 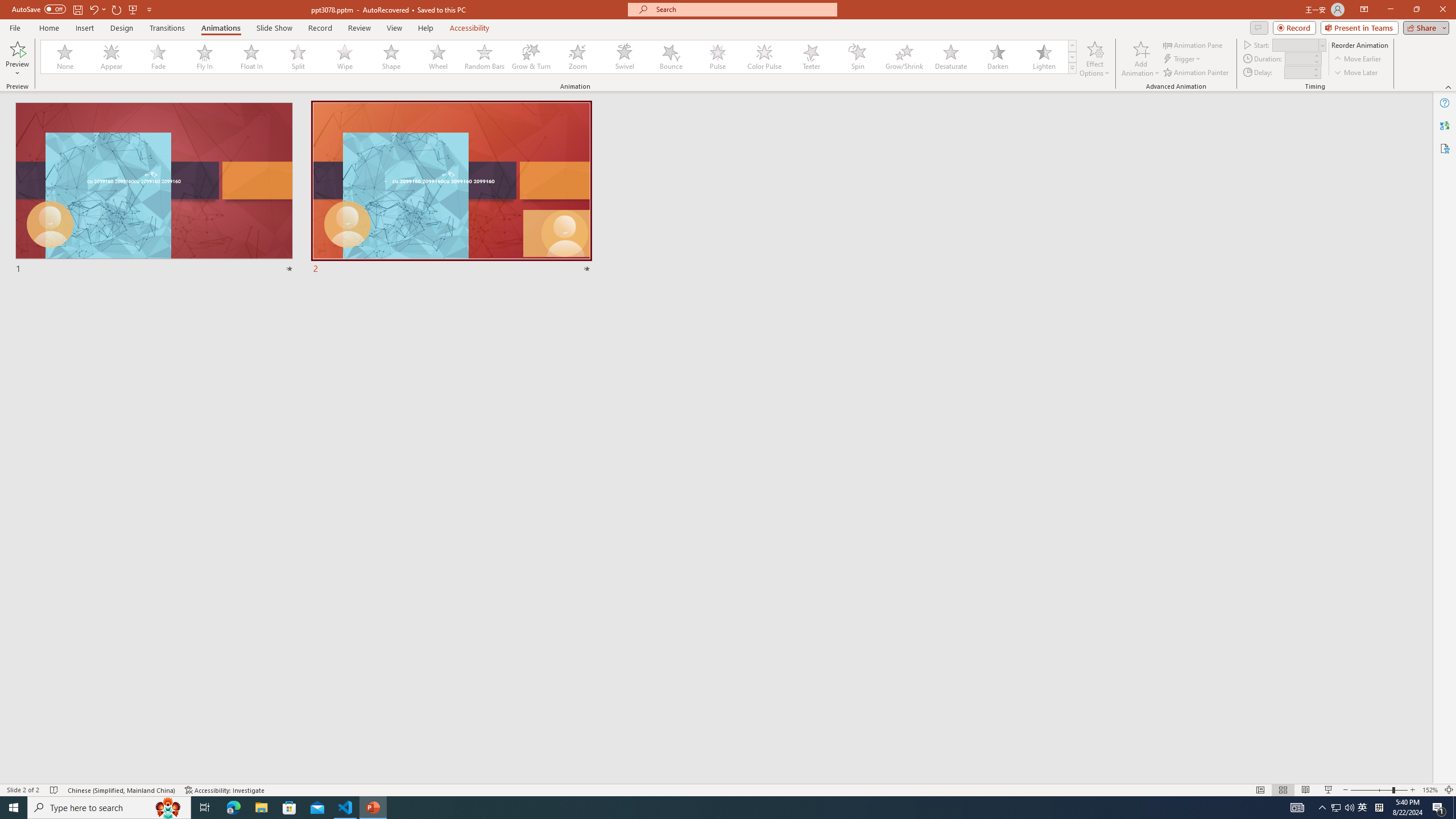 What do you see at coordinates (717, 56) in the screenshot?
I see `'Pulse'` at bounding box center [717, 56].